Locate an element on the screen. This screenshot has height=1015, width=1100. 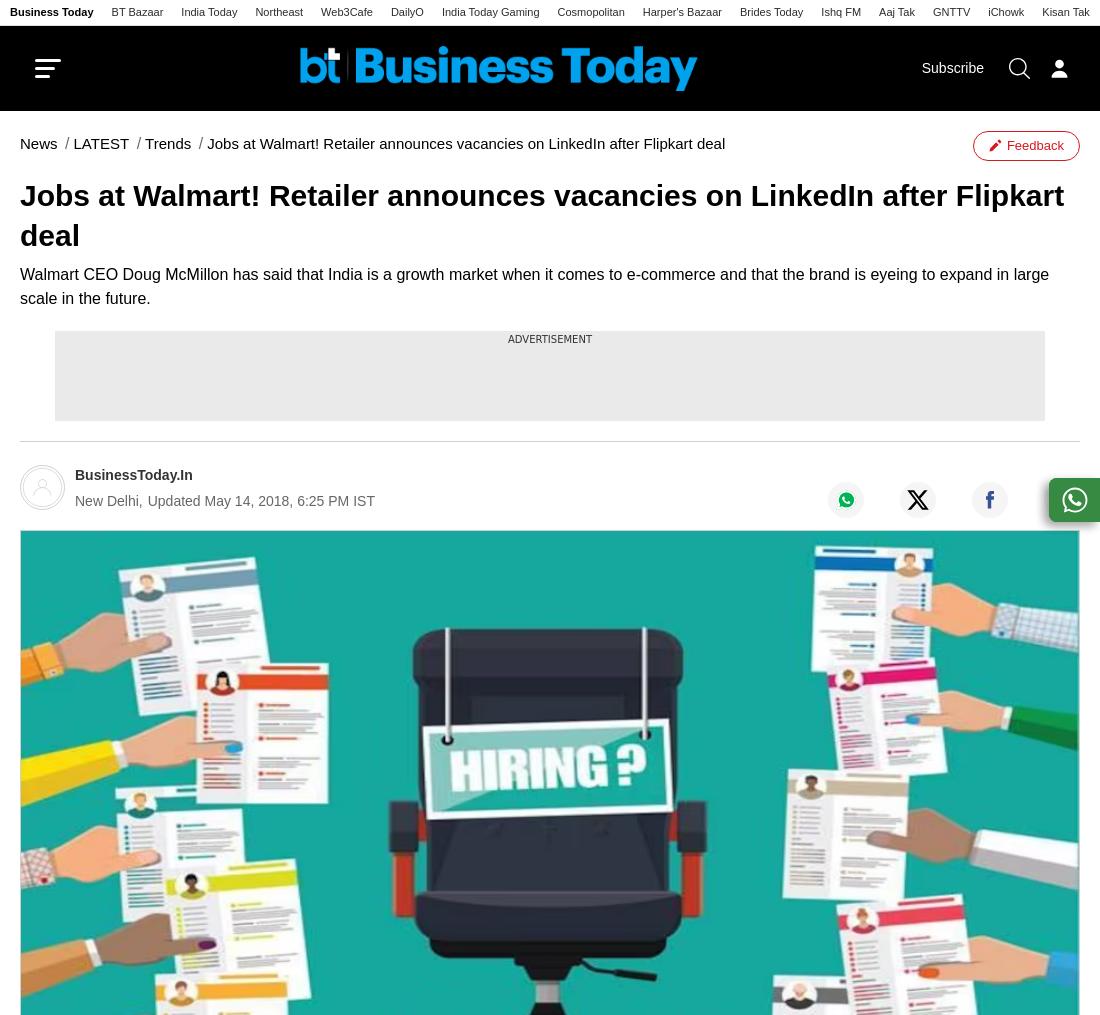
'UPSTART' is located at coordinates (825, 136).